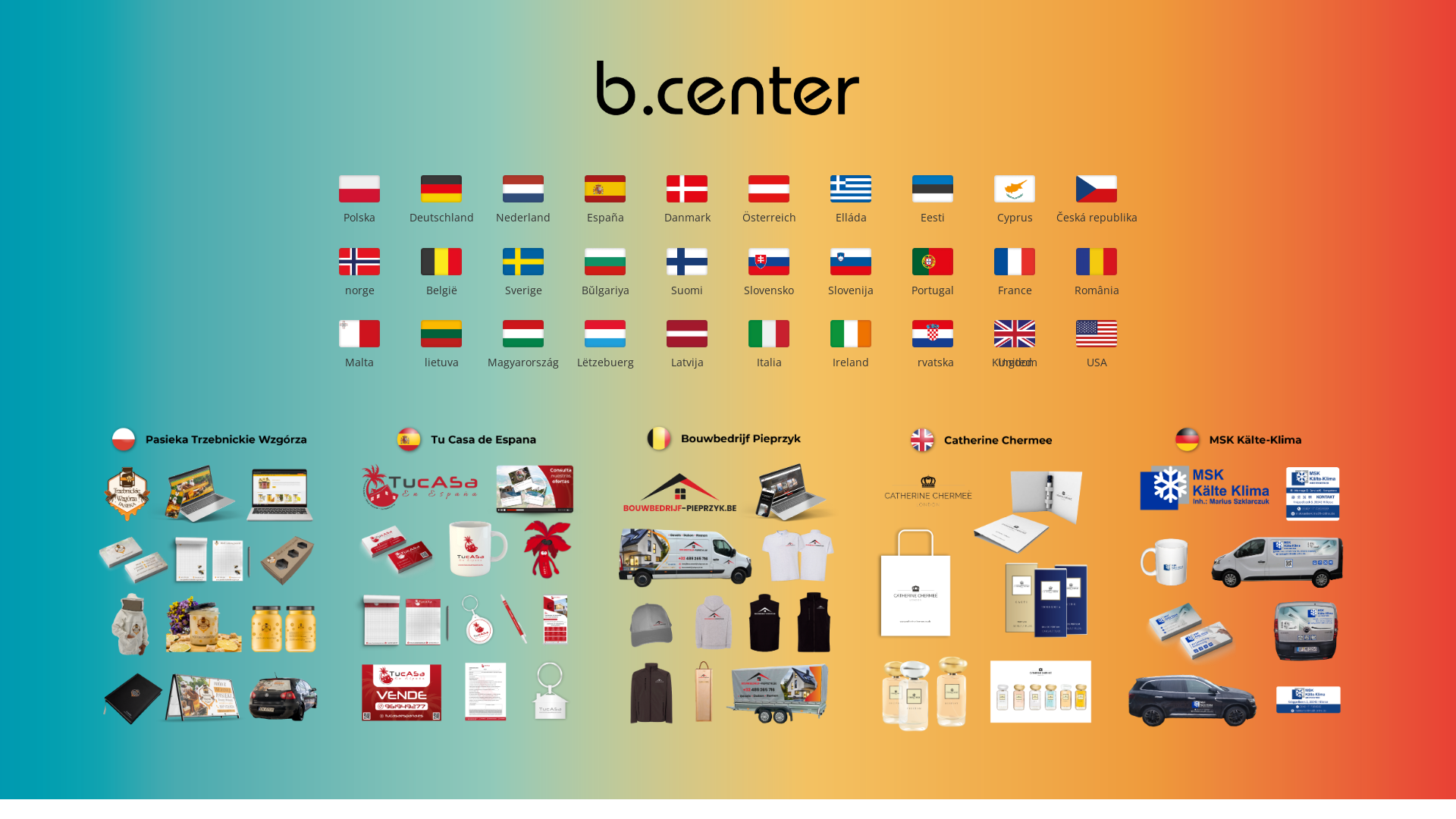 The image size is (1456, 819). Describe the element at coordinates (441, 362) in the screenshot. I see `'lietuva'` at that location.